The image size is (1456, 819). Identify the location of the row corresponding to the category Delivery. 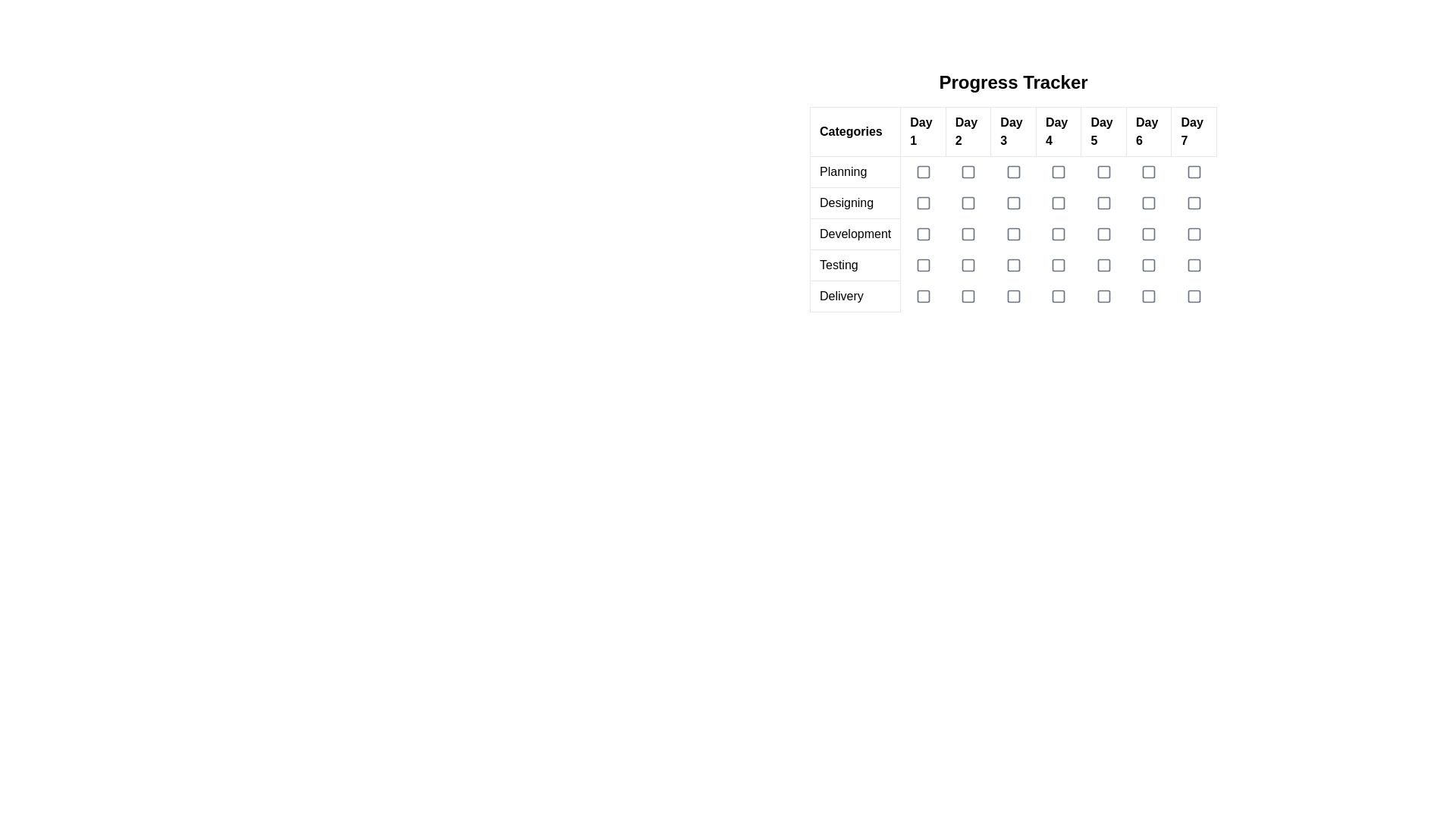
(1013, 296).